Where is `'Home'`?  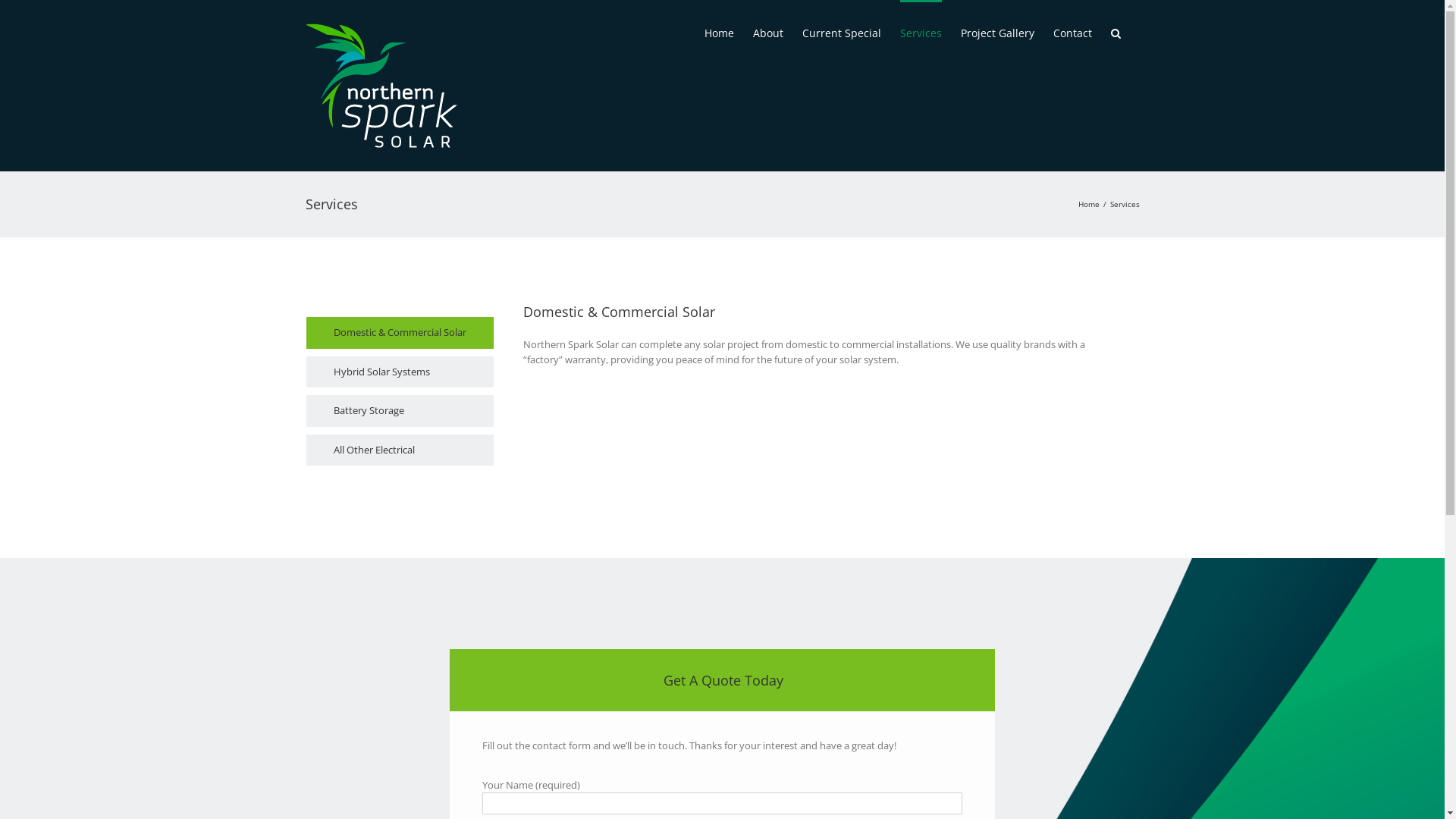 'Home' is located at coordinates (717, 32).